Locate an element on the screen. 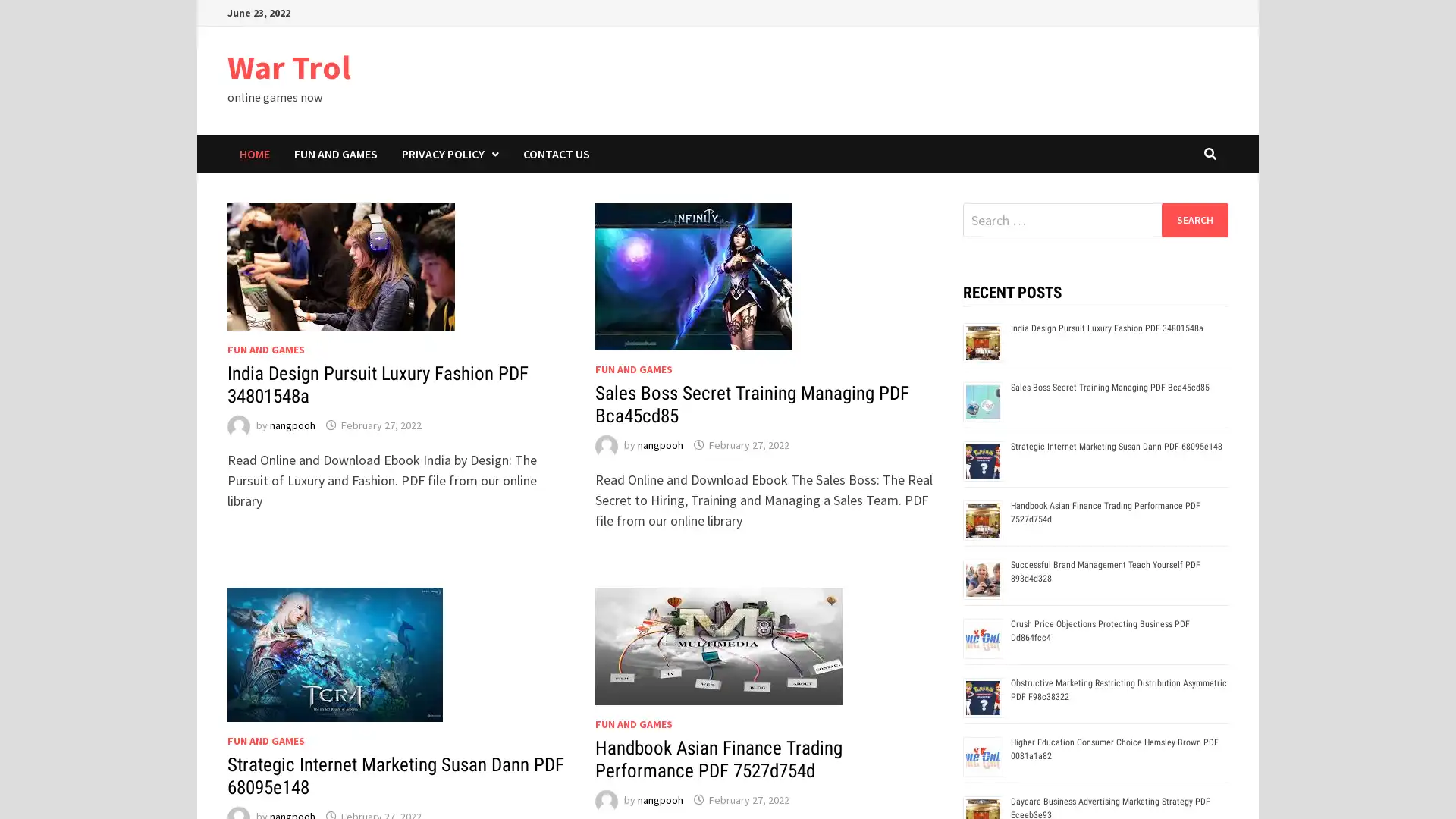  Search is located at coordinates (1194, 219).